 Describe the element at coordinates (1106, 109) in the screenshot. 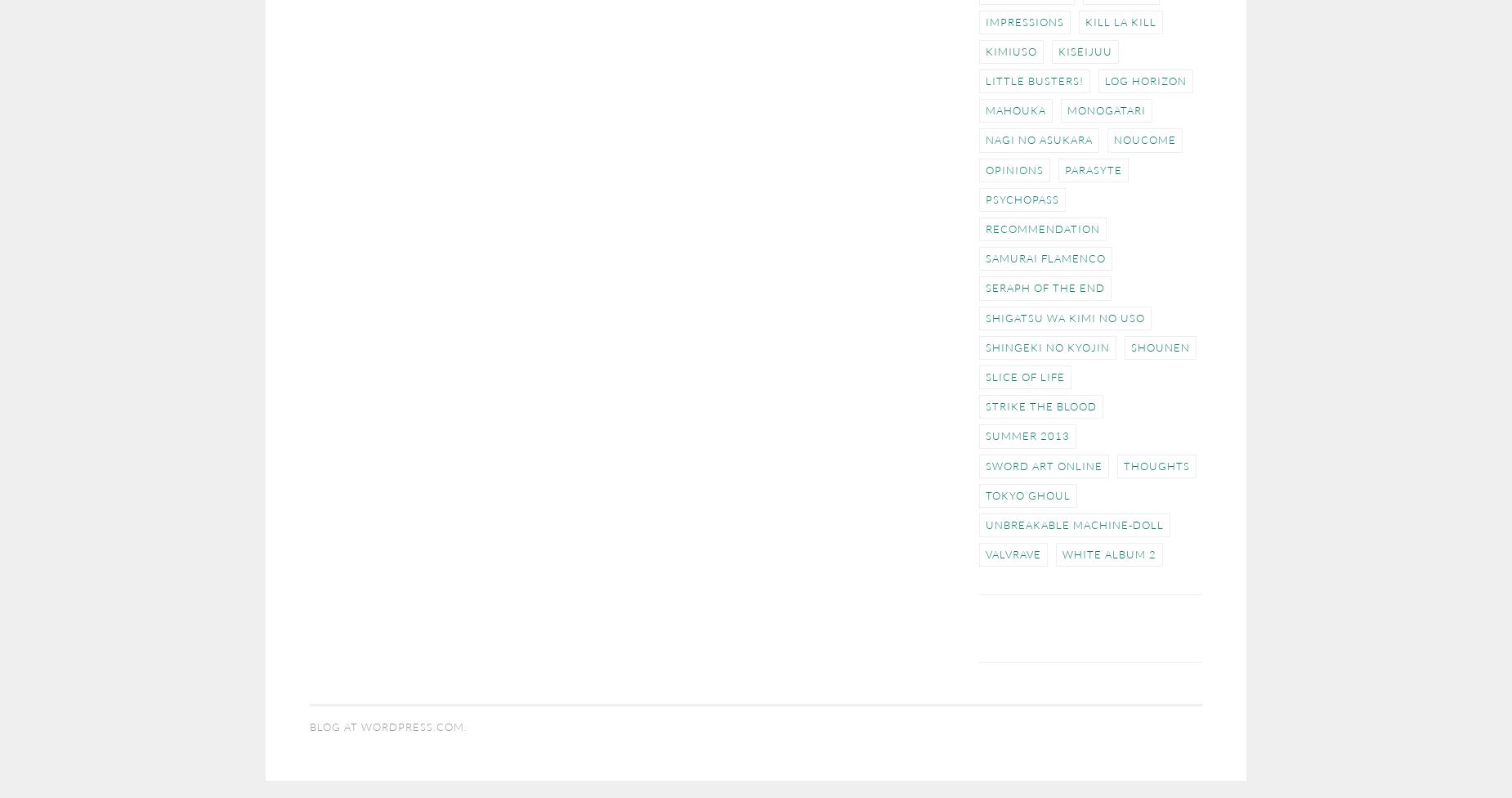

I see `'Monogatari'` at that location.